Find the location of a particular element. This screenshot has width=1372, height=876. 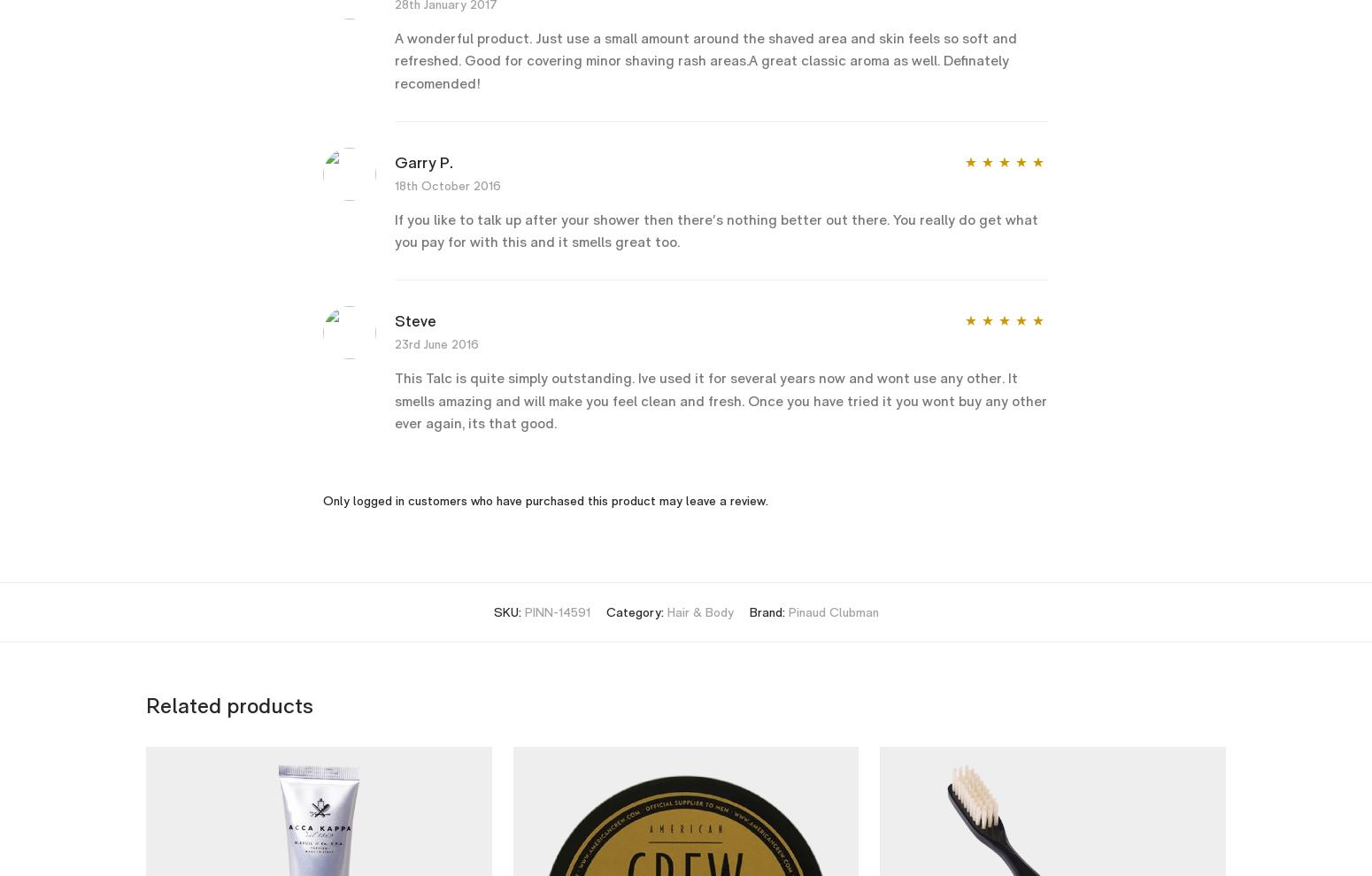

'PINN-14591' is located at coordinates (555, 611).